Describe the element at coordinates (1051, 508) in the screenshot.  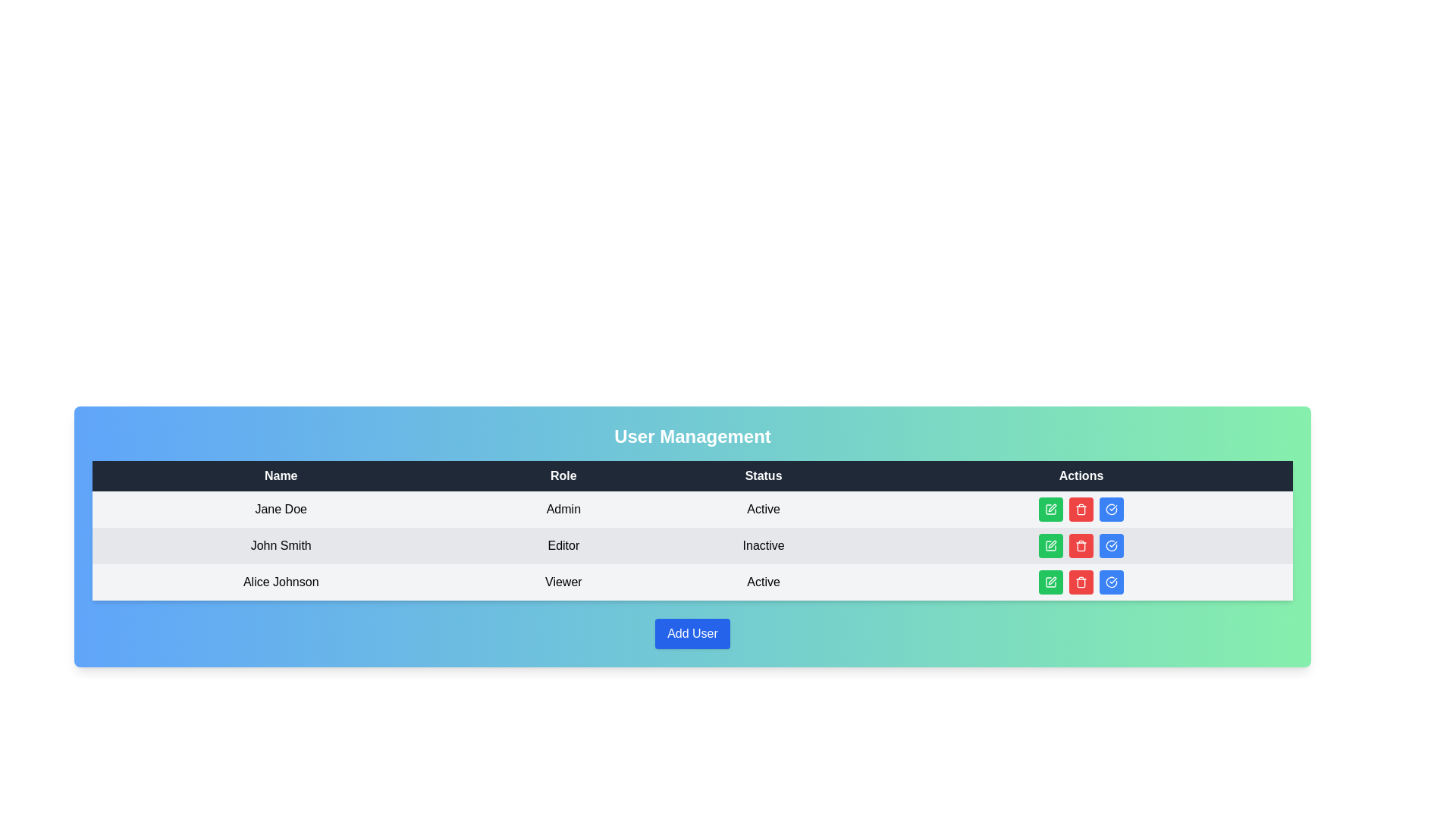
I see `the edit icon resembling a pencil overlaying a square in the Actions column for the user 'Jane Doe' to initiate the edit action` at that location.